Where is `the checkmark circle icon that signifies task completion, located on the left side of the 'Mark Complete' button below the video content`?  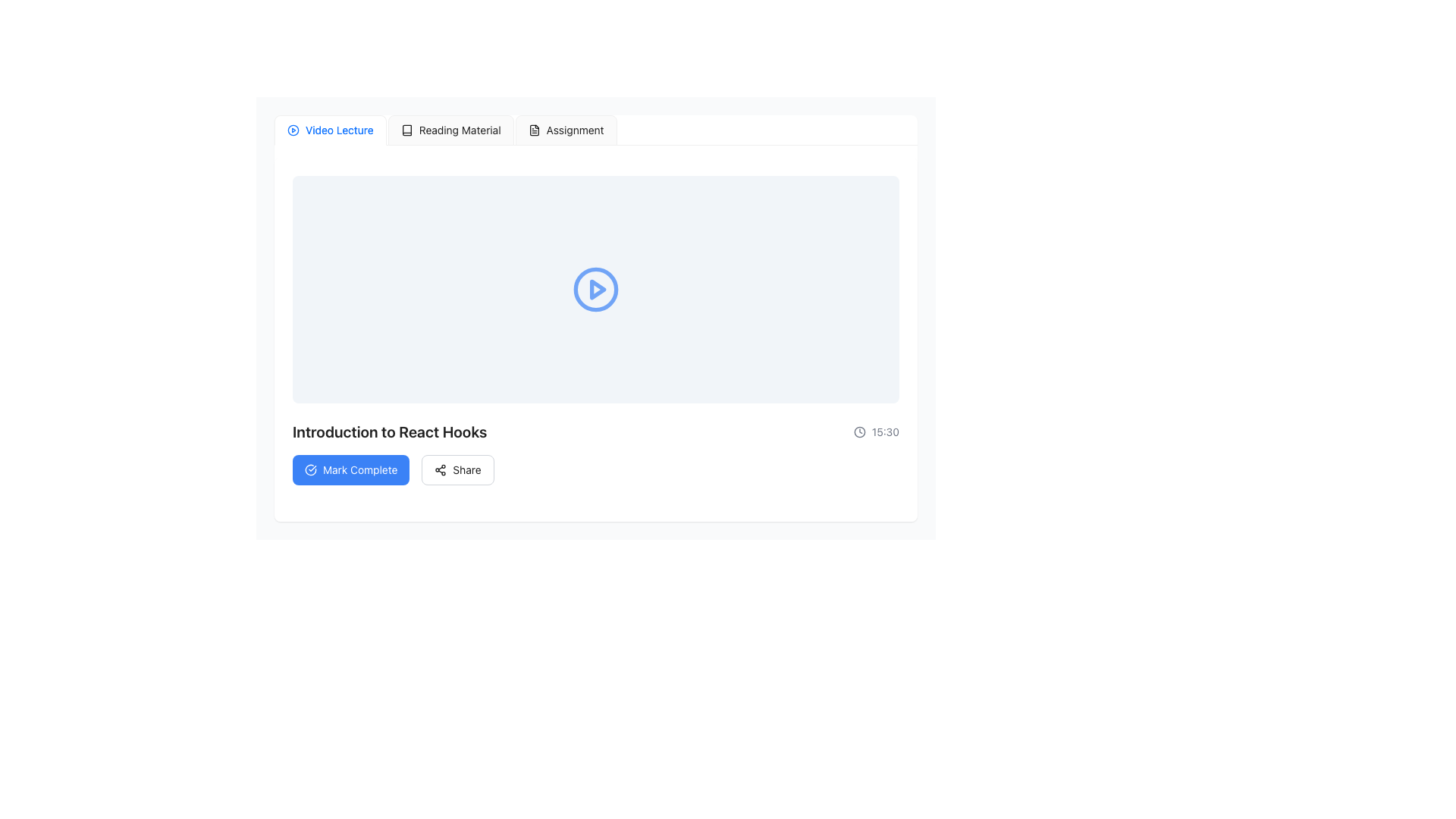
the checkmark circle icon that signifies task completion, located on the left side of the 'Mark Complete' button below the video content is located at coordinates (309, 469).